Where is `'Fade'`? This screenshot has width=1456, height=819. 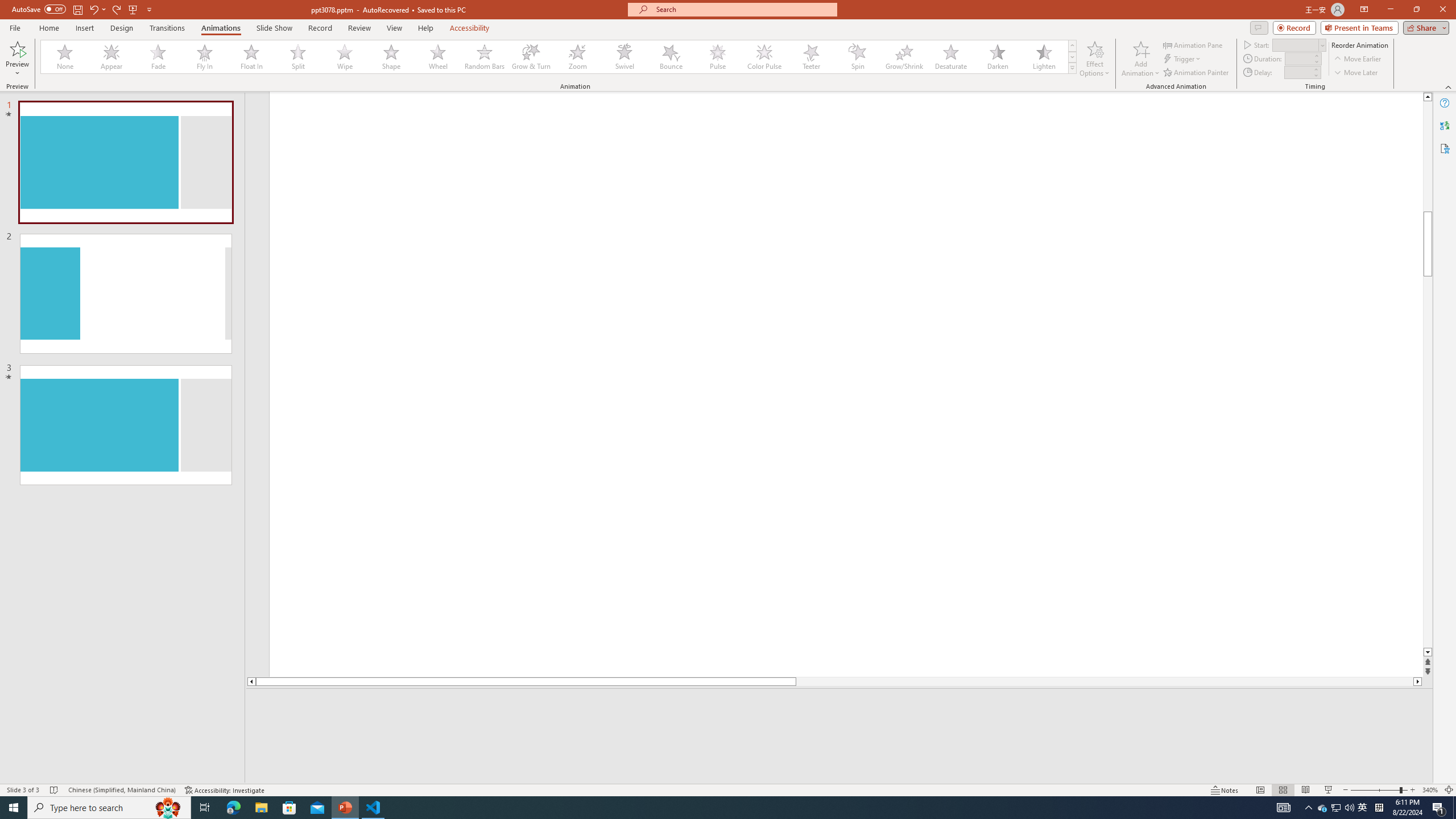
'Fade' is located at coordinates (158, 56).